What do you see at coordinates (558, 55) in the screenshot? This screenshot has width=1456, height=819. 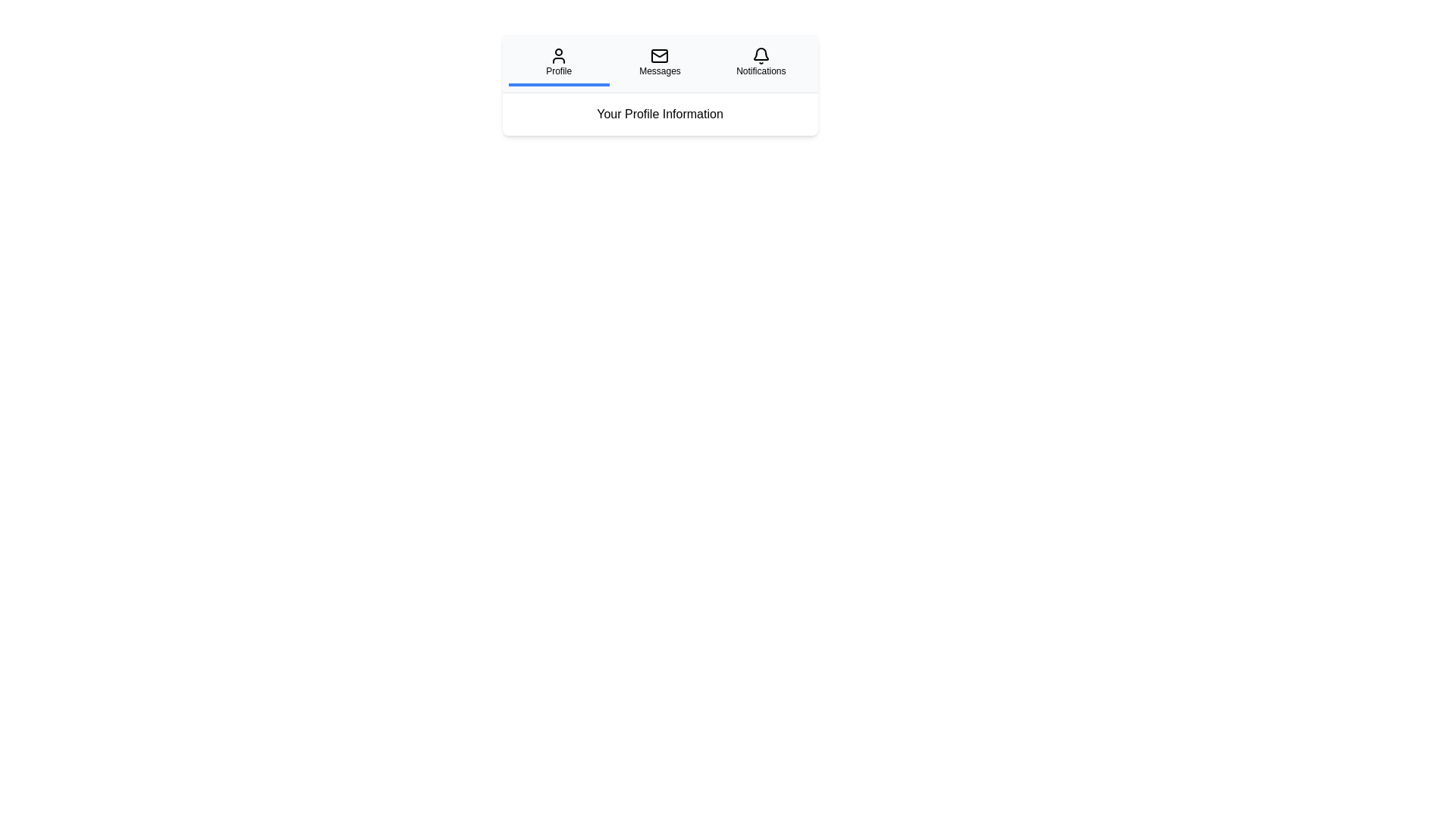 I see `the 'Profile' icon in the navigation bar, which serves as a graphical indicator for accessing user profile information` at bounding box center [558, 55].